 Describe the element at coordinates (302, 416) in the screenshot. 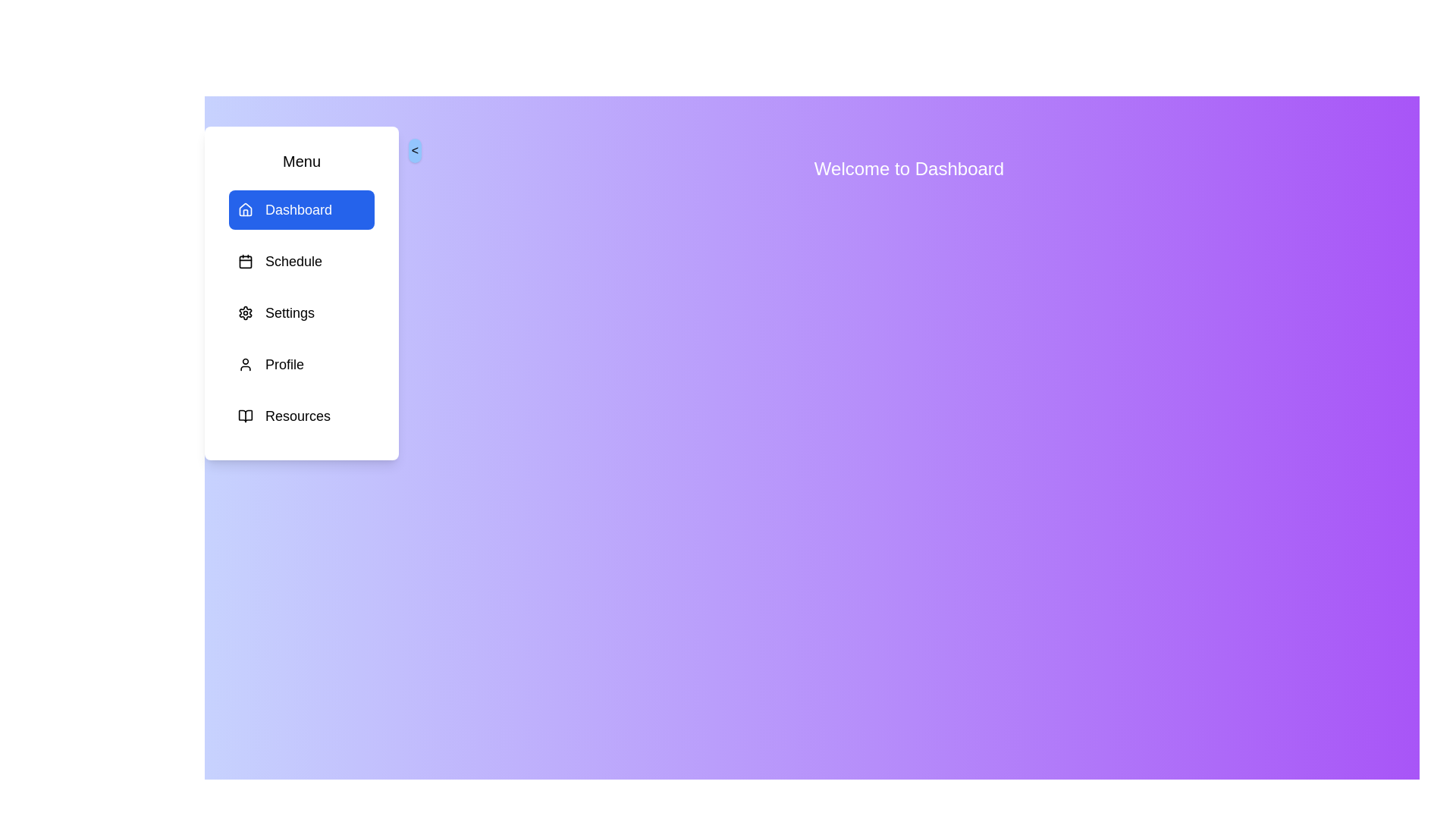

I see `the menu item Resources to navigate to its respective page` at that location.